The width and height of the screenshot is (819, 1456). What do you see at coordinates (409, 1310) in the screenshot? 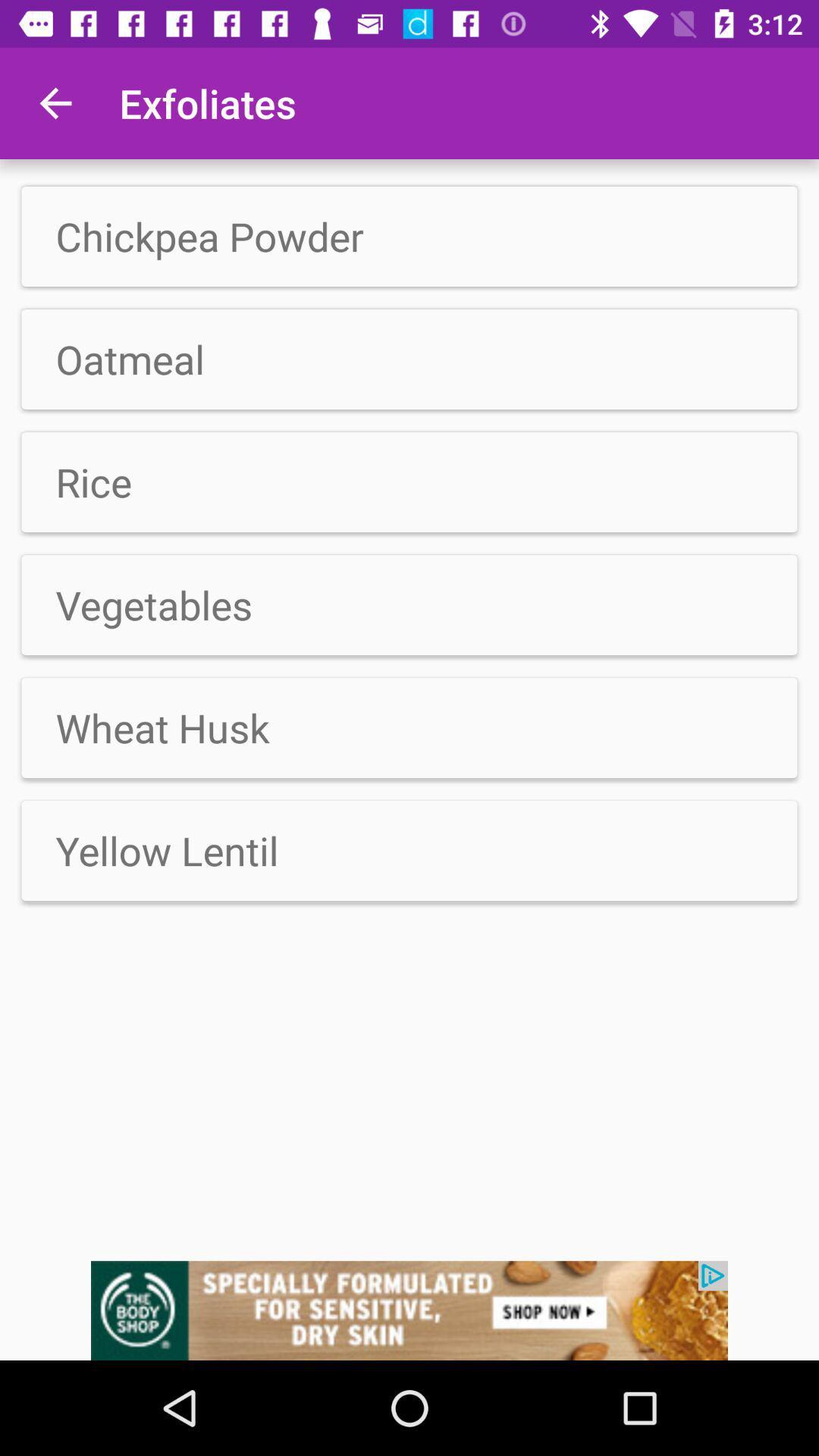
I see `advertisement page` at bounding box center [409, 1310].